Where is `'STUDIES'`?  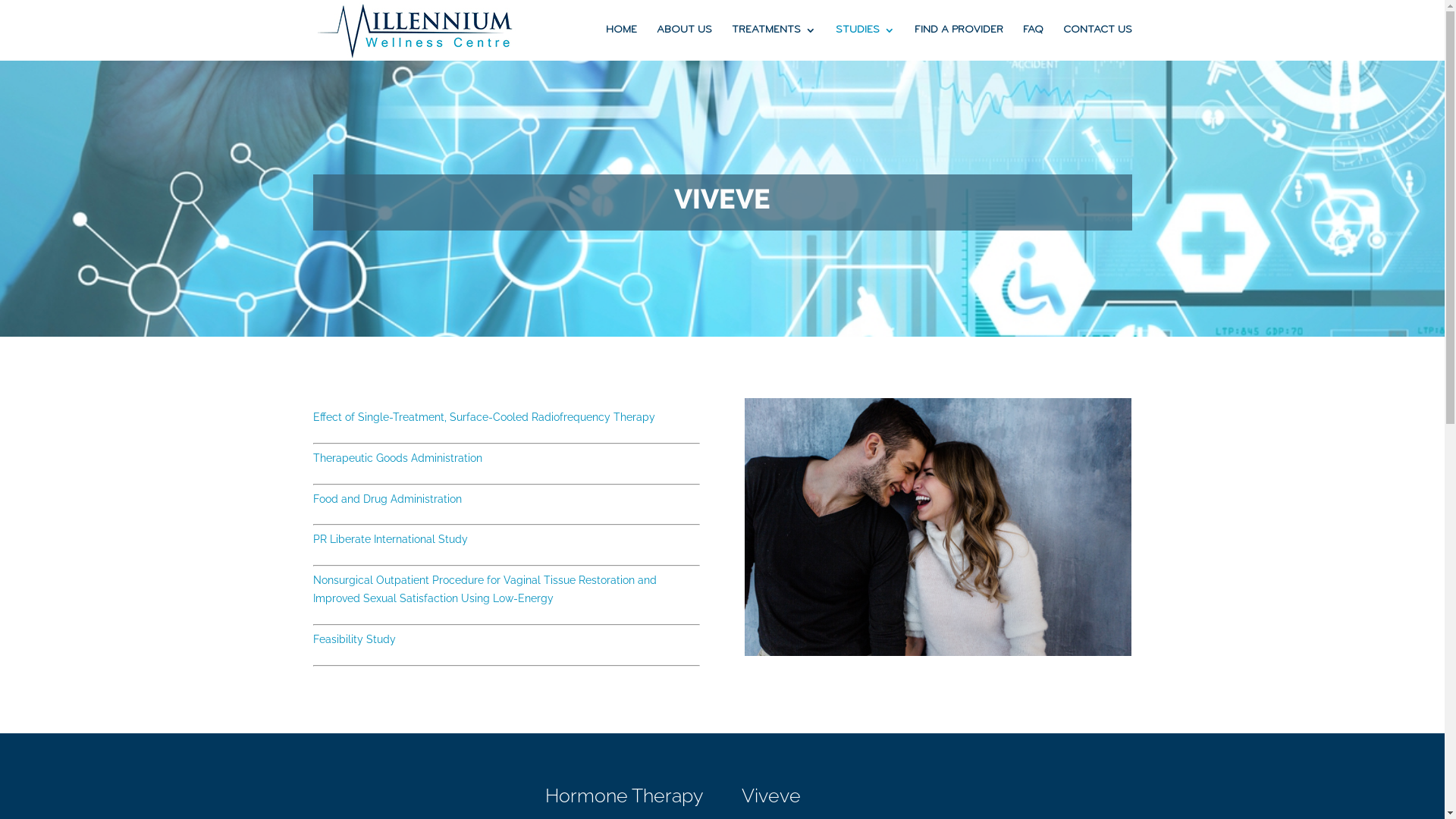
'STUDIES' is located at coordinates (865, 42).